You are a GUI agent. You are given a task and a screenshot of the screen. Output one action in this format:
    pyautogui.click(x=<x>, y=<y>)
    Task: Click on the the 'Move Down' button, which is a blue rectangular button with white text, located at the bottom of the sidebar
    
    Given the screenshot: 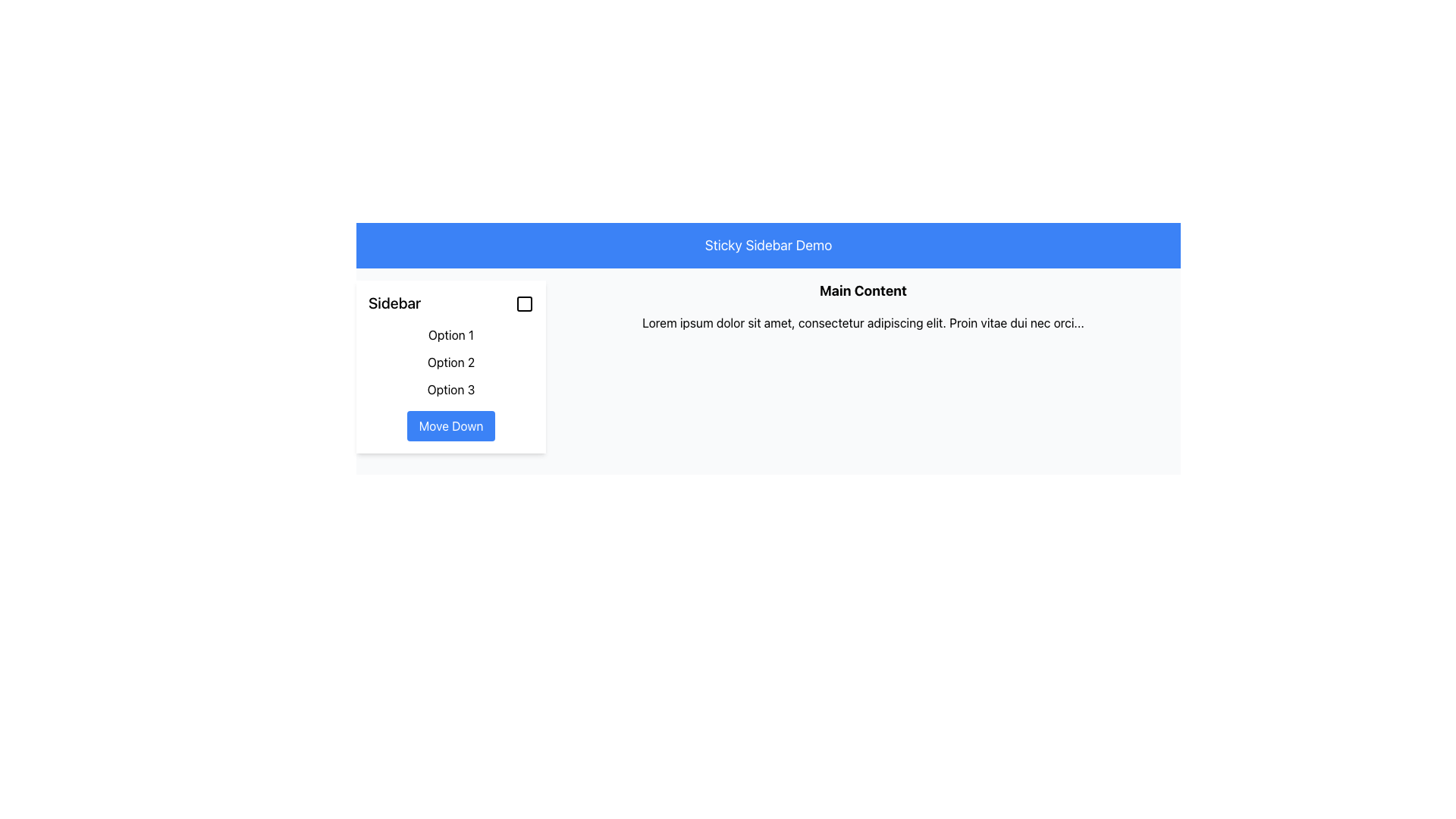 What is the action you would take?
    pyautogui.click(x=450, y=426)
    